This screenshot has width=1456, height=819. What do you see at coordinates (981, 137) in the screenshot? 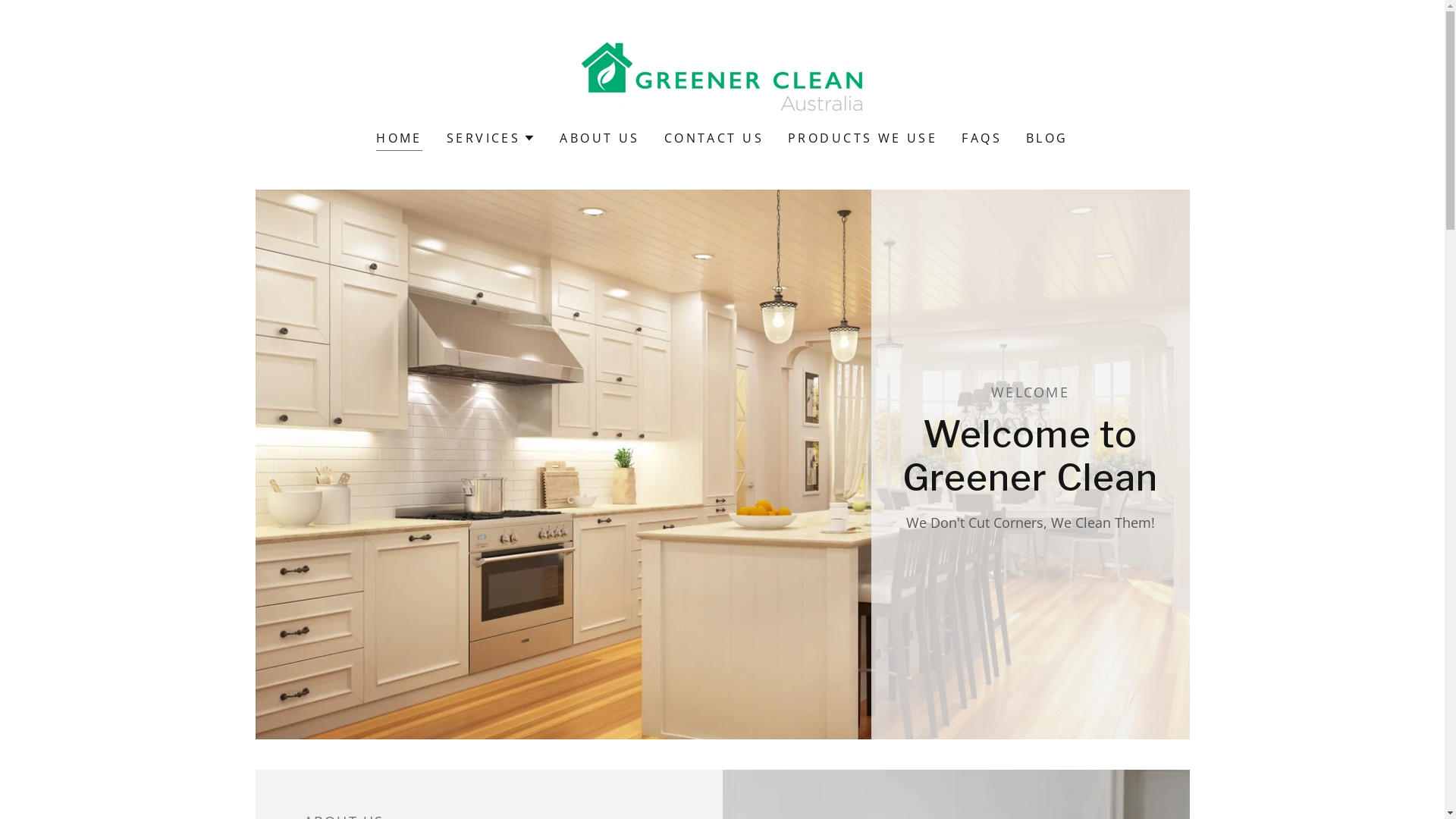
I see `'FAQS'` at bounding box center [981, 137].